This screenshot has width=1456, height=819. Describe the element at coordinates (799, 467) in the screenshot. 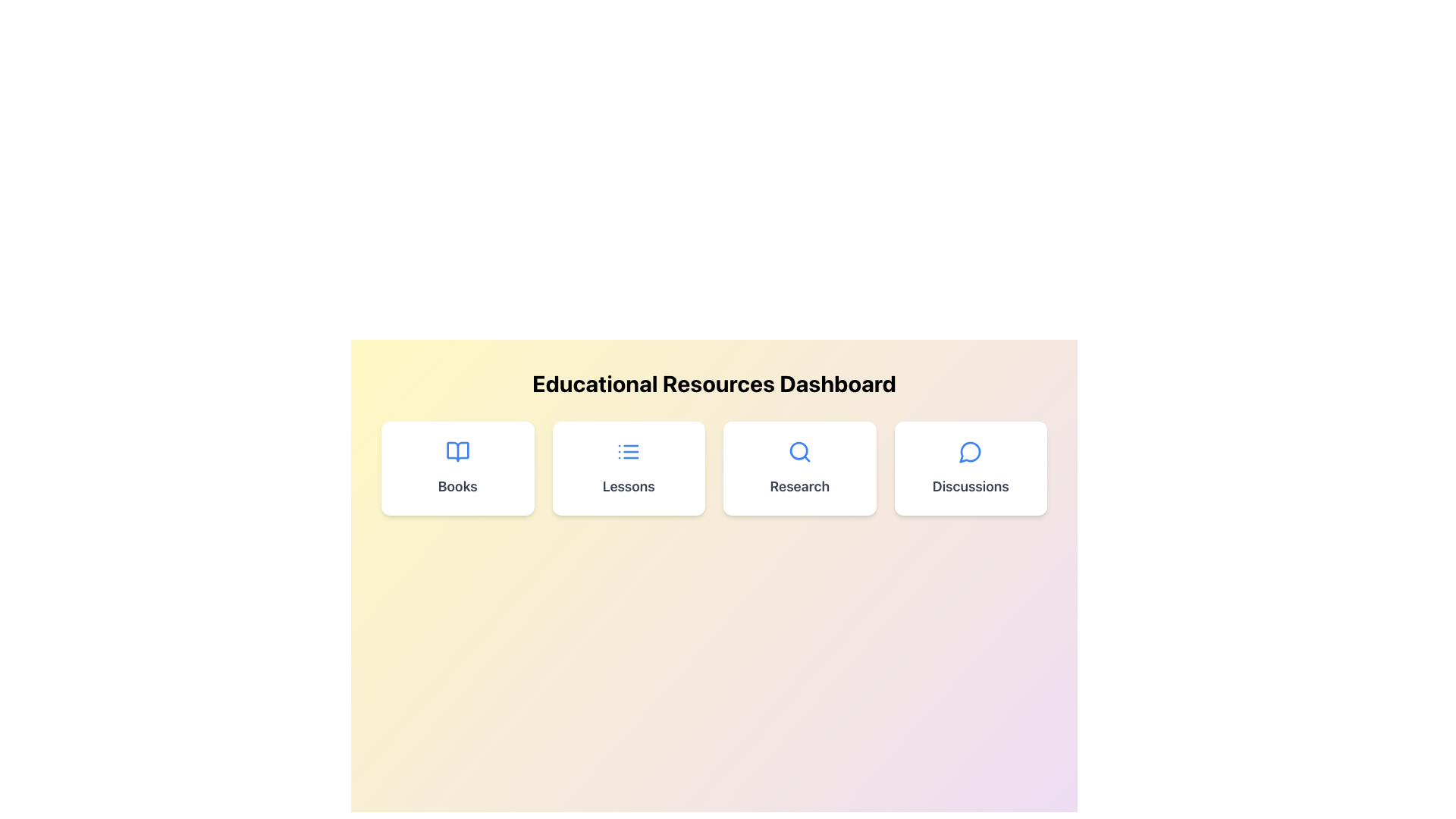

I see `the 'Research' card located in the Educational Resources Dashboard, which is the third card from the left` at that location.